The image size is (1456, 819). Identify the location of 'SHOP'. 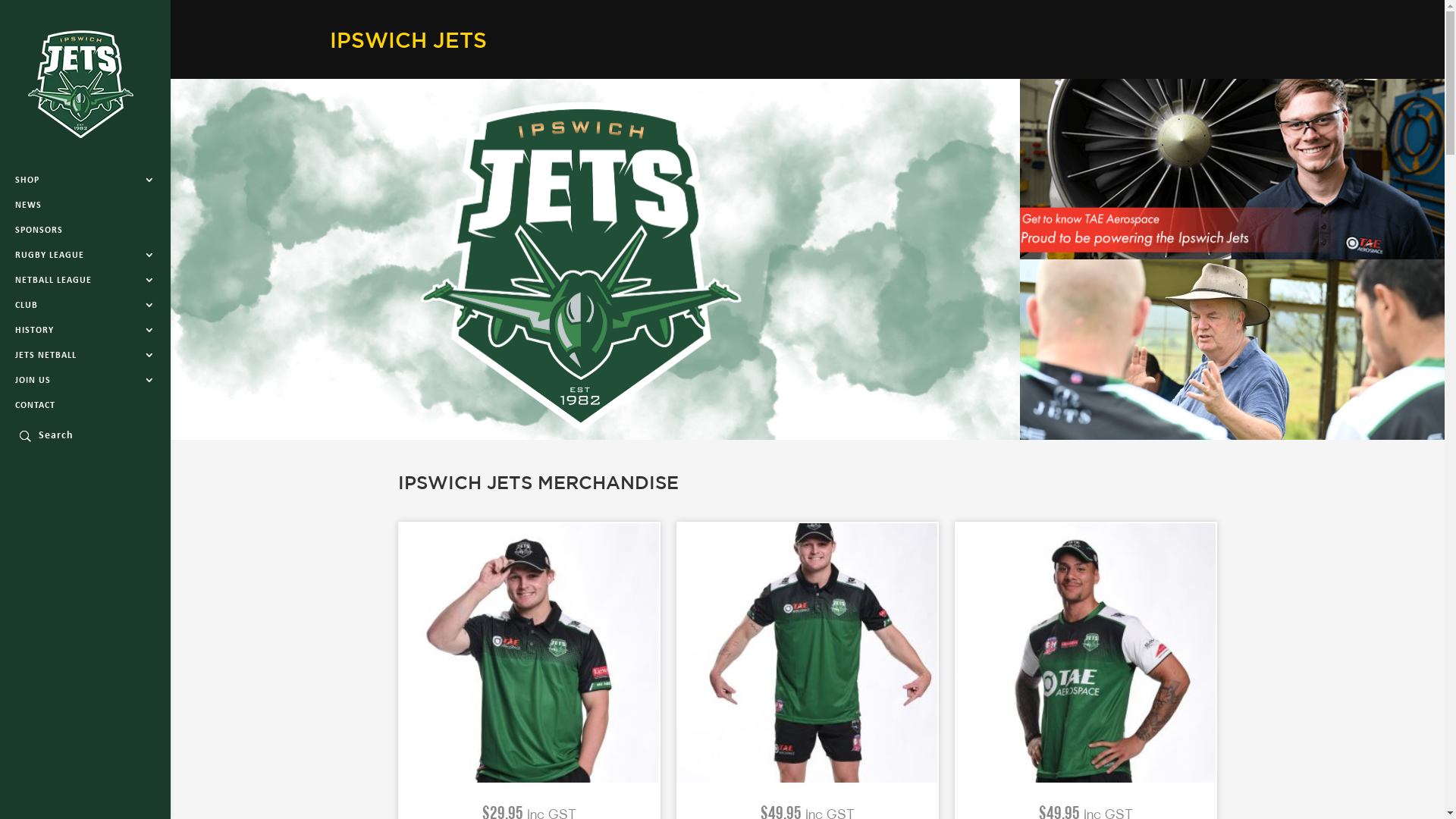
(84, 180).